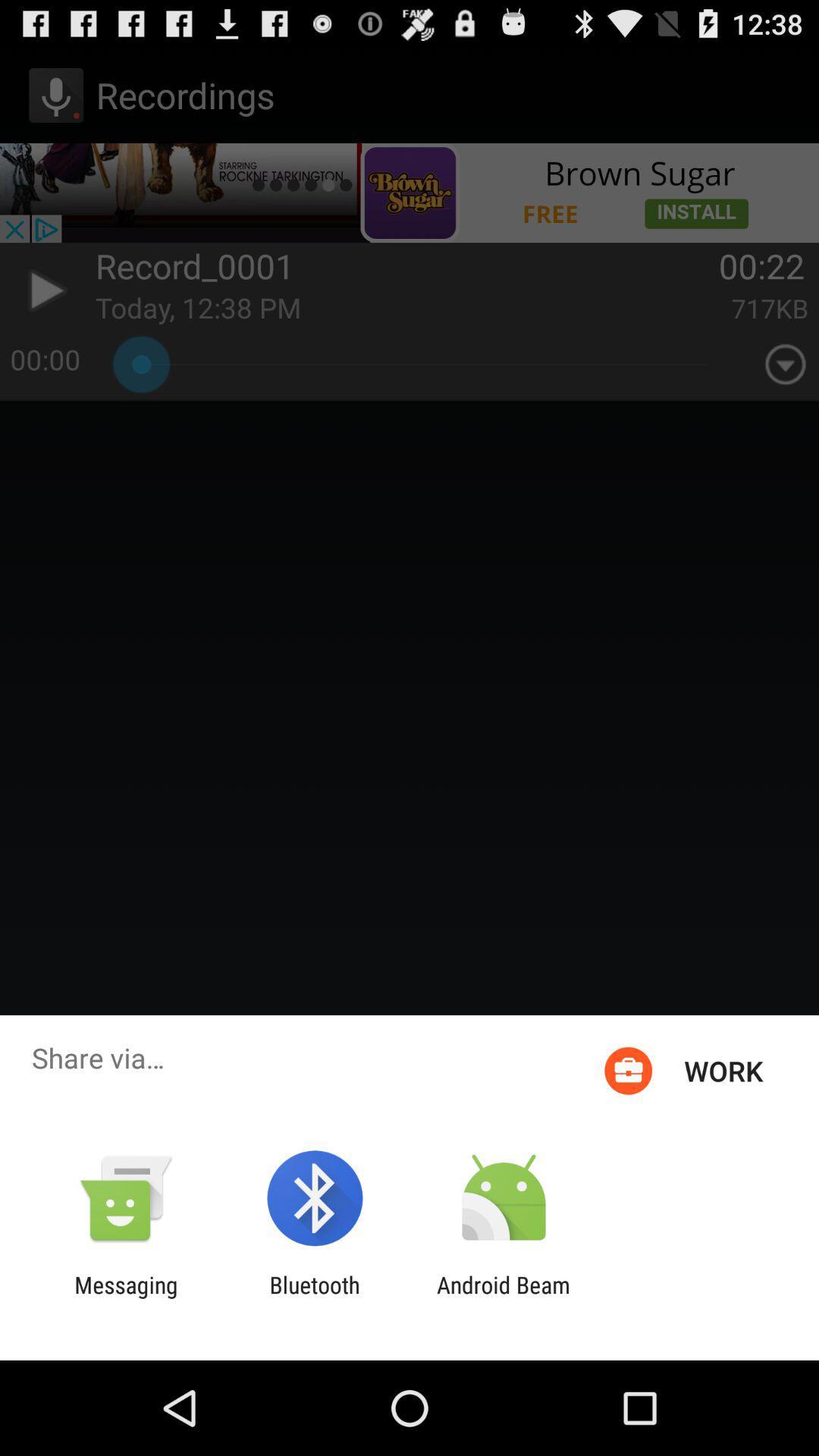 Image resolution: width=819 pixels, height=1456 pixels. What do you see at coordinates (125, 1298) in the screenshot?
I see `the app next to the bluetooth` at bounding box center [125, 1298].